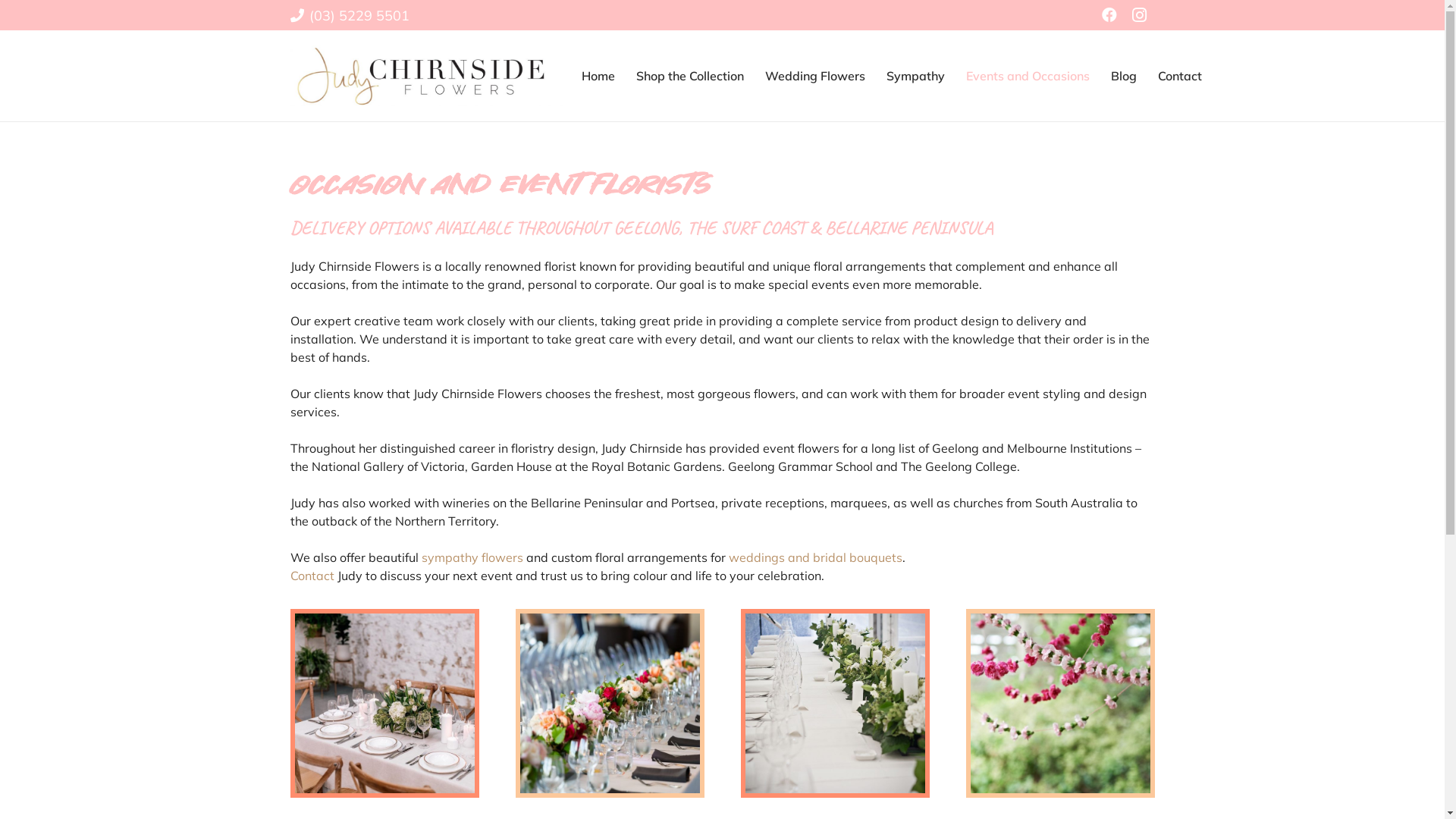  What do you see at coordinates (597, 76) in the screenshot?
I see `'Home'` at bounding box center [597, 76].